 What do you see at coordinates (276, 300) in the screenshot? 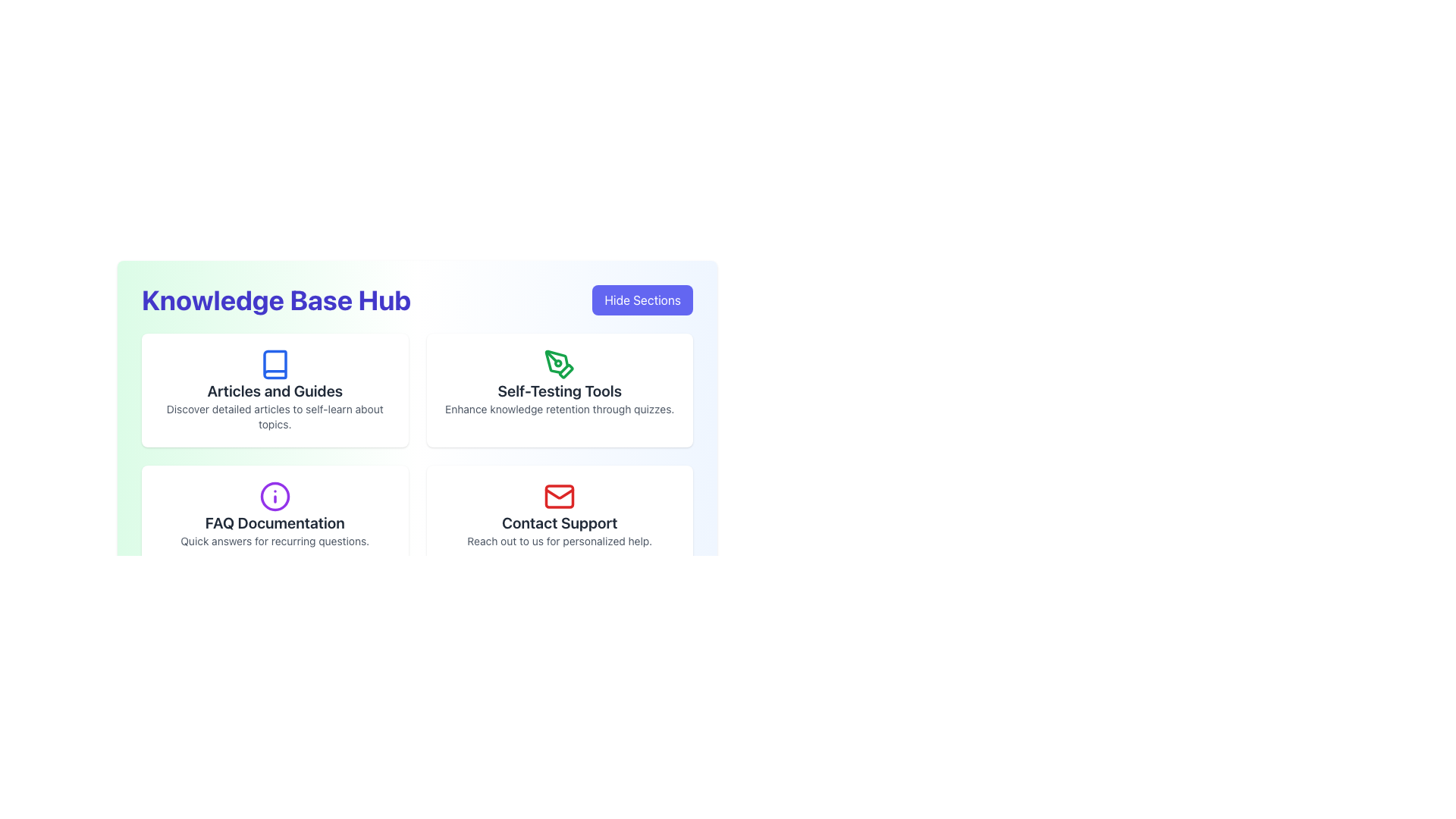
I see `the 'Knowledge Base Hub' text label, which serves as the header for the page and is located near the top-left of the interface, positioned to the left of the 'Hide Sections' button` at bounding box center [276, 300].